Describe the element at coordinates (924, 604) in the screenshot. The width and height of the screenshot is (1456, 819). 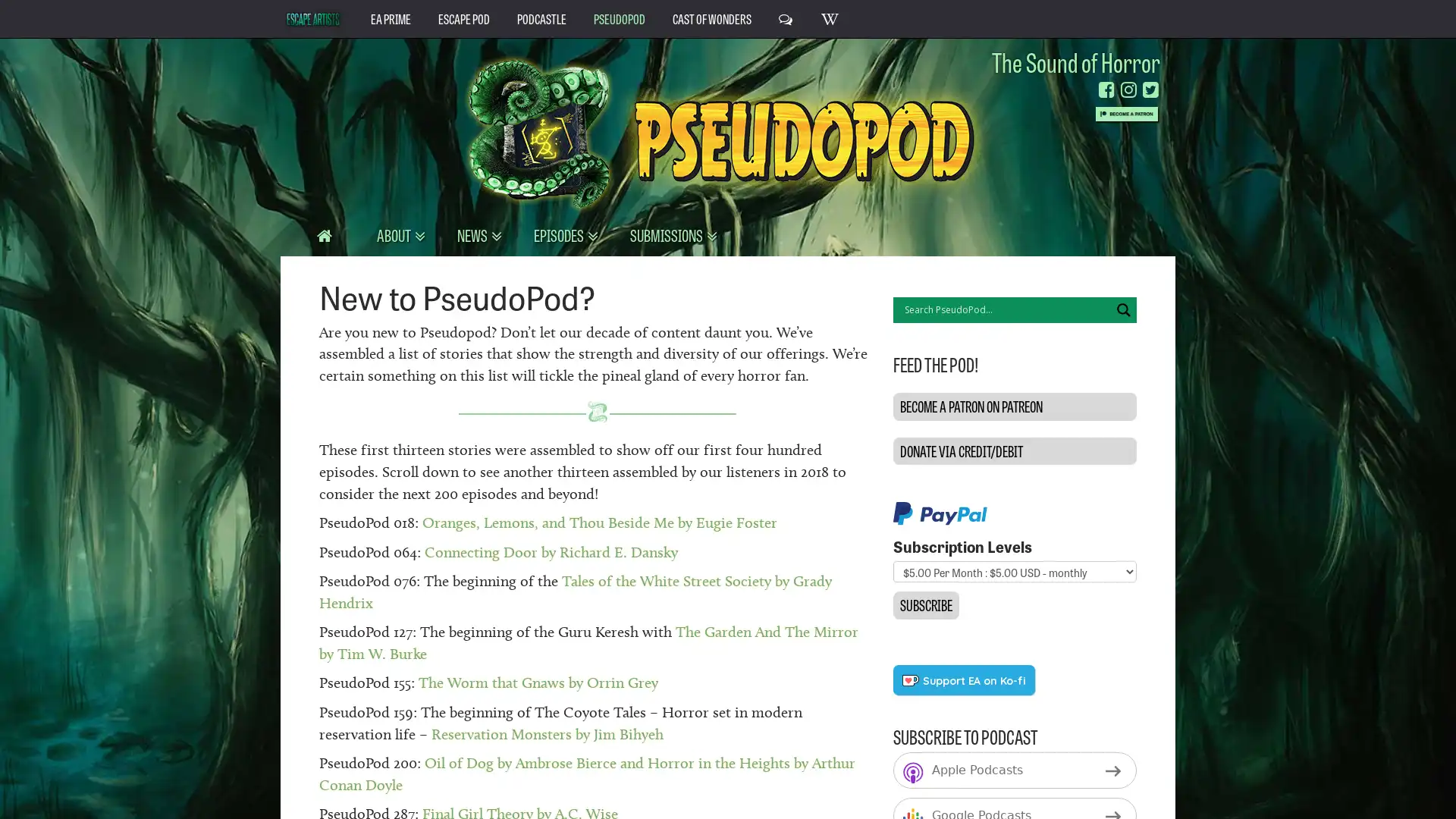
I see `Subscribe` at that location.